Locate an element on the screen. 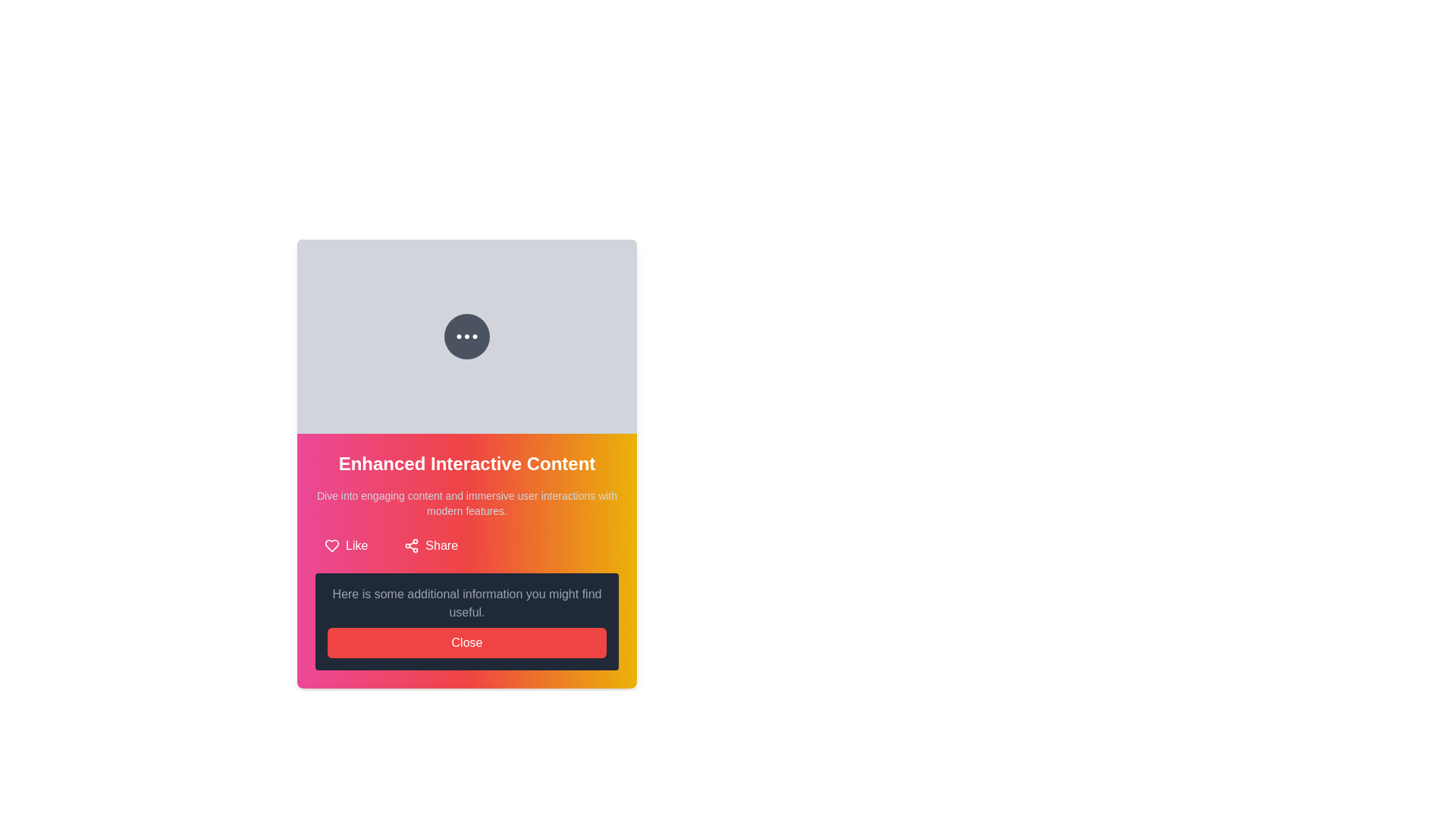  the 'Like' button, which features a heart-shaped icon and a white outline is located at coordinates (345, 546).